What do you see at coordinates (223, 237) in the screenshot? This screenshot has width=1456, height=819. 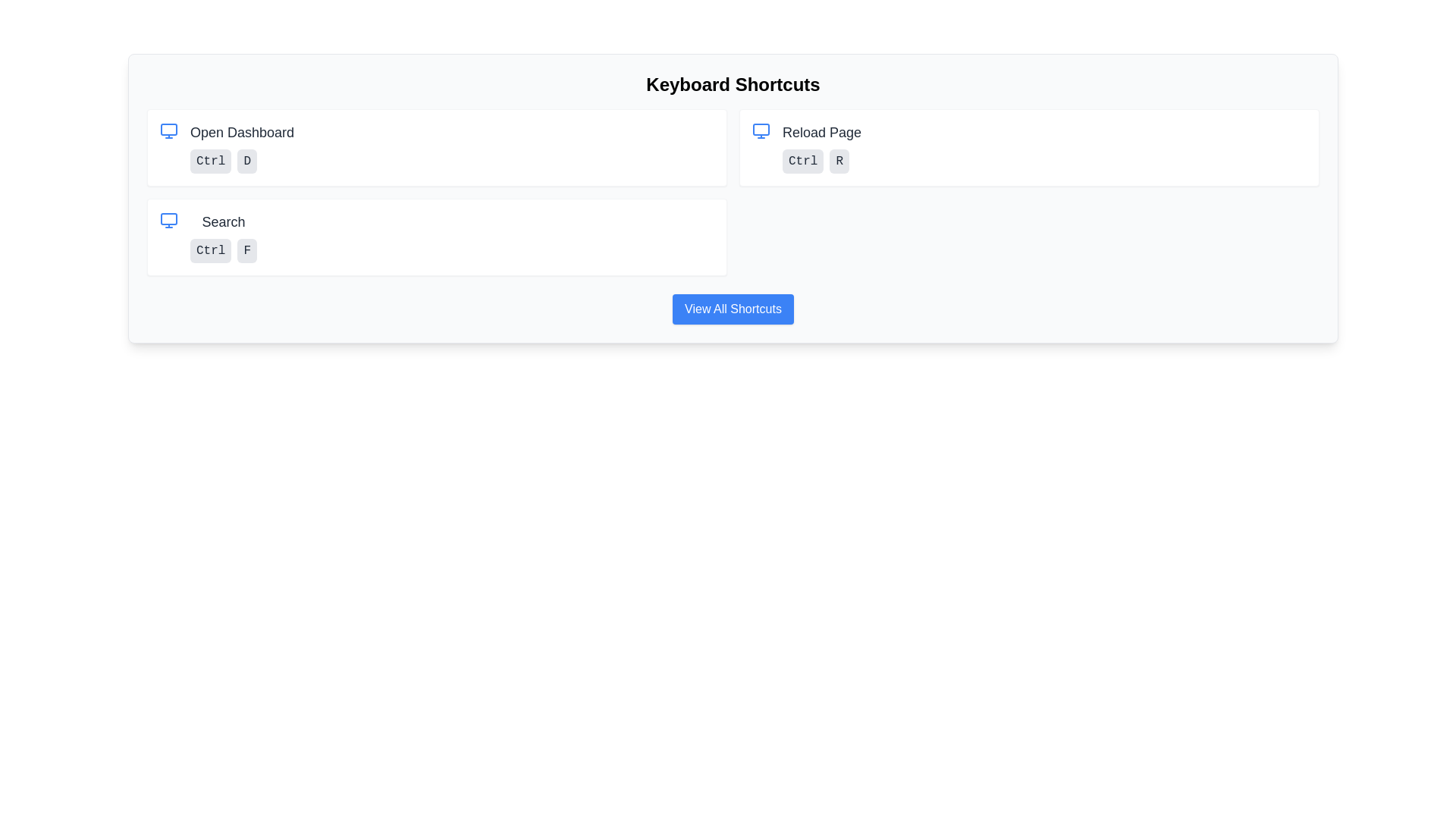 I see `the 'Ctrl' button in the Shortcut description item that reads 'Search' with the keyboard shortcuts 'Ctrl' and 'F'` at bounding box center [223, 237].